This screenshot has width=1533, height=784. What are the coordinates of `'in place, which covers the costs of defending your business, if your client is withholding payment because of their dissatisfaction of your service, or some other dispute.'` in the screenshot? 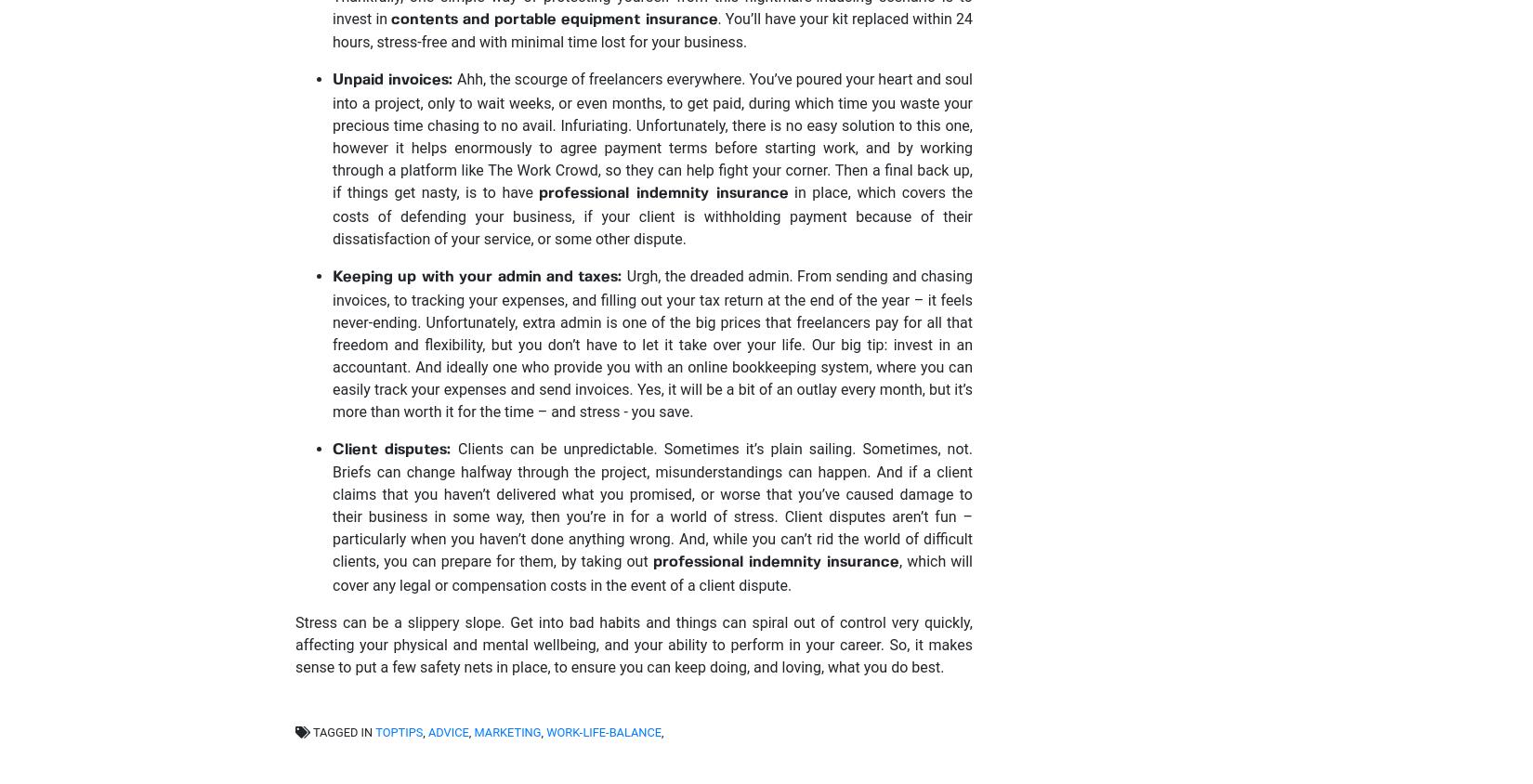 It's located at (651, 215).